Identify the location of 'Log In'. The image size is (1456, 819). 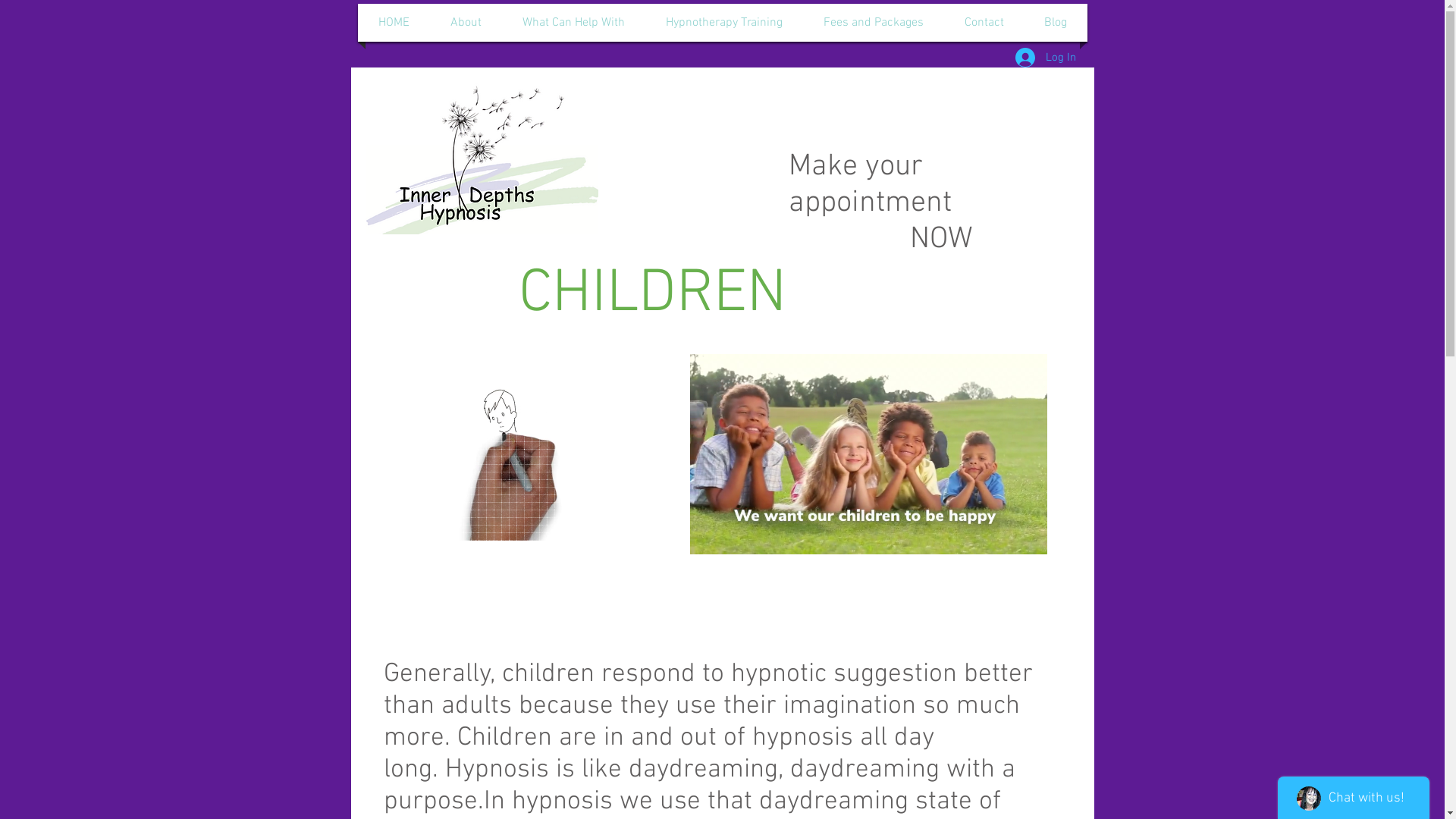
(1043, 57).